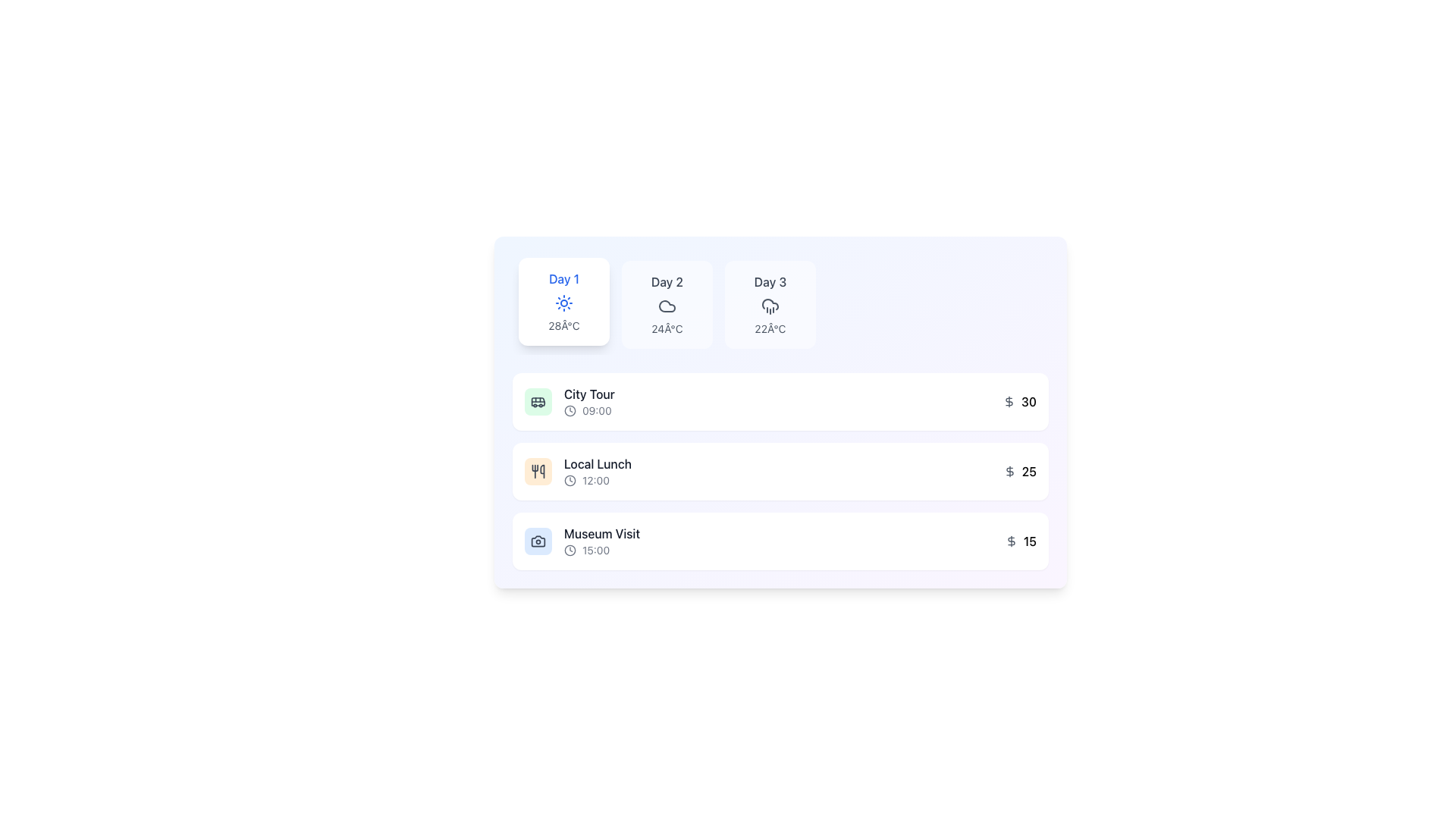  Describe the element at coordinates (569, 400) in the screenshot. I see `information from the itinerary listing for the scheduled city tour activity at 09:00, which is located in the first row of the vertical list under the 'Day 1' header` at that location.